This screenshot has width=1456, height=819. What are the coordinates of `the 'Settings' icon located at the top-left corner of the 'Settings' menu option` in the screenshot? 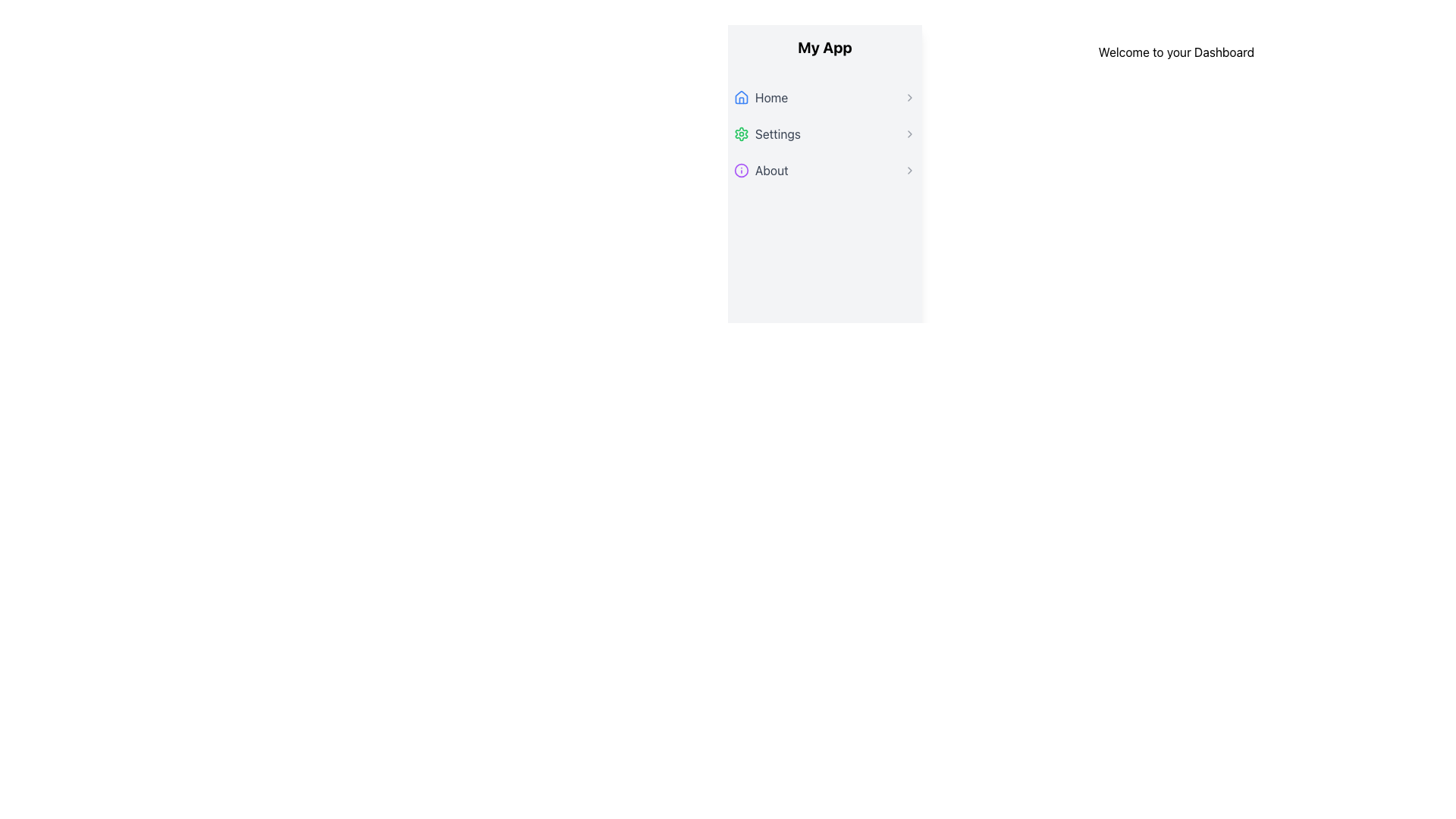 It's located at (742, 133).